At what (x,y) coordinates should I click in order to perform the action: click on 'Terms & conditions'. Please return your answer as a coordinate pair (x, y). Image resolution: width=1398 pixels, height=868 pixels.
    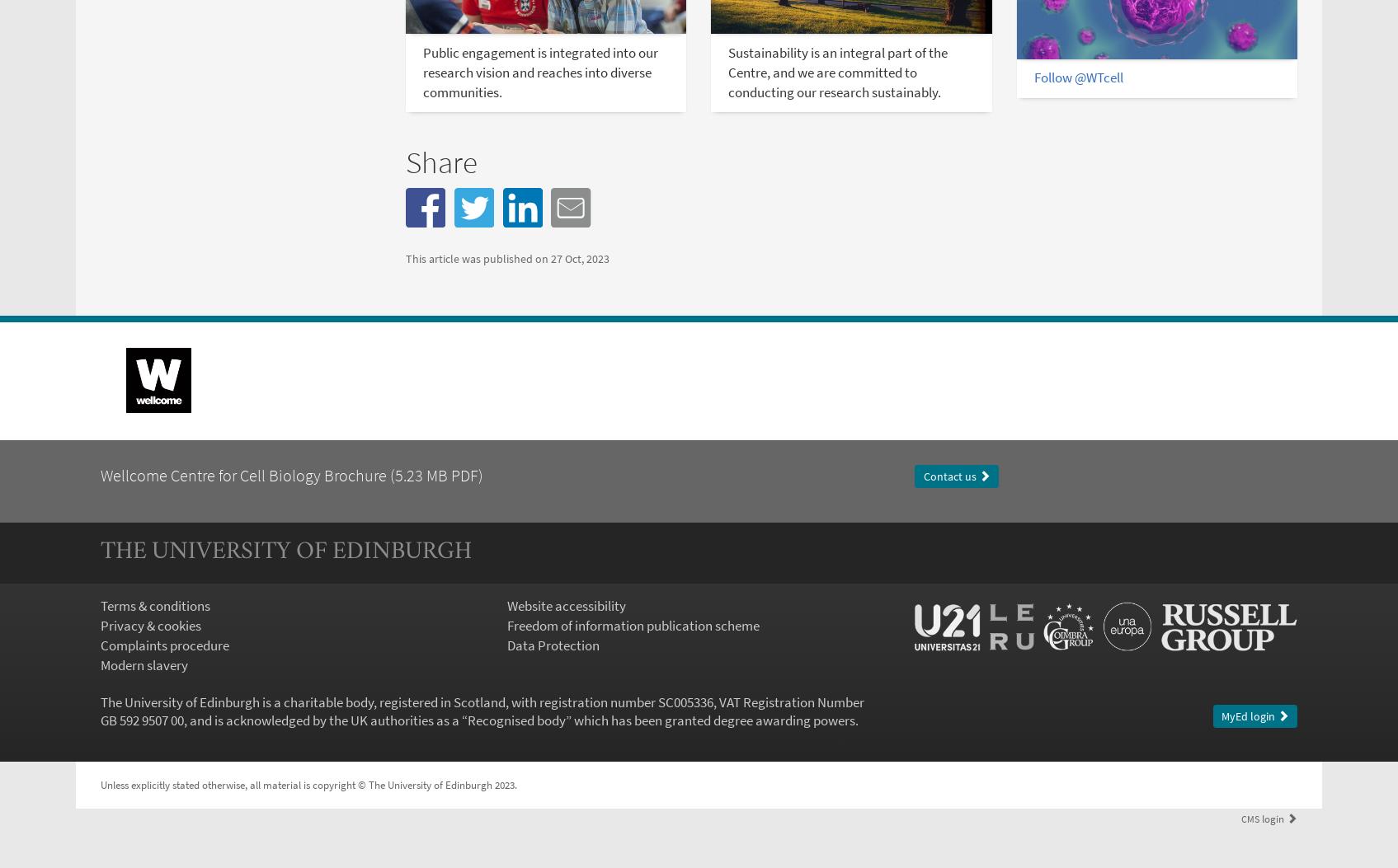
    Looking at the image, I should click on (154, 604).